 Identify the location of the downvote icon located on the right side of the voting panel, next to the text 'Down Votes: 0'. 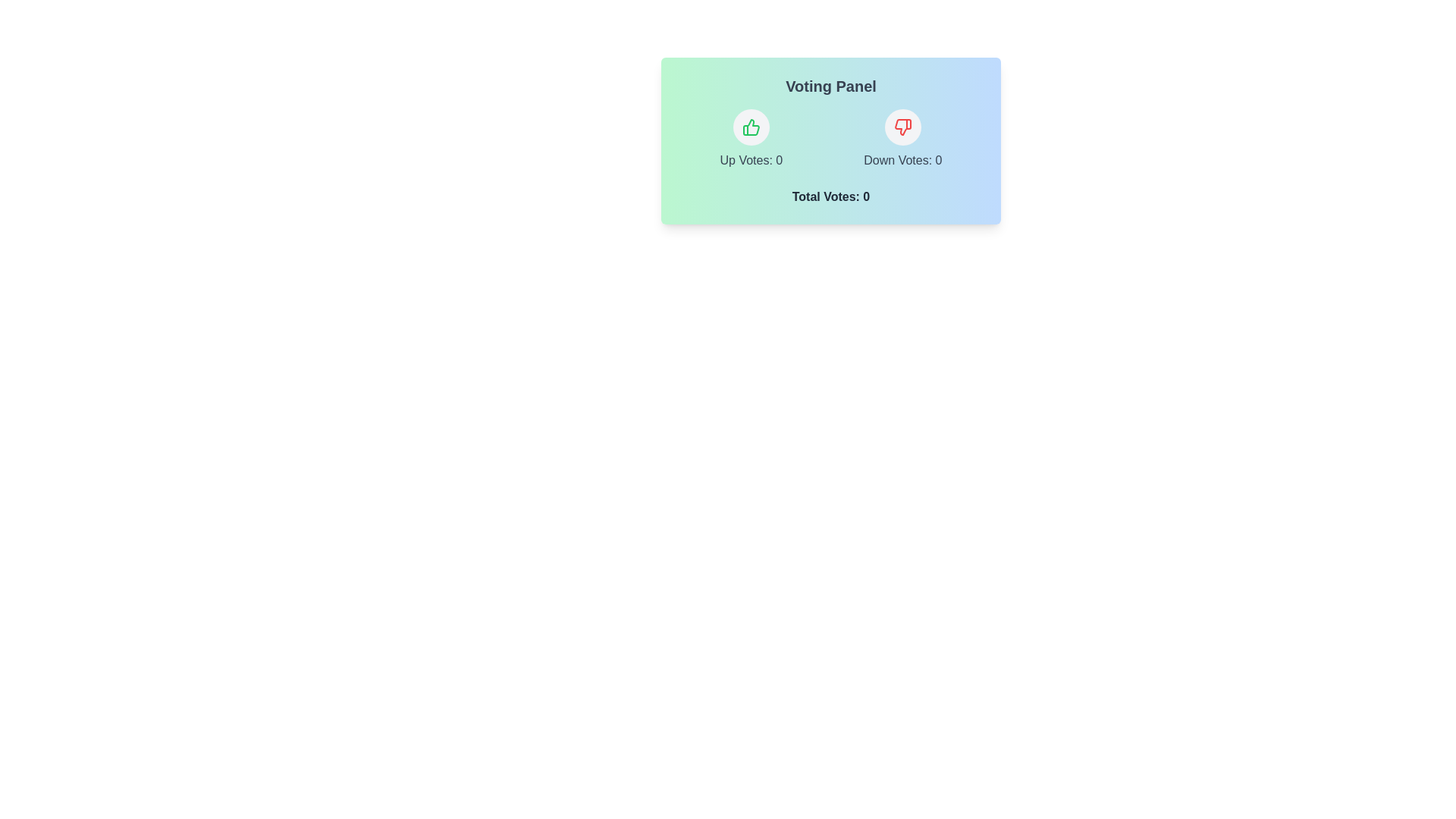
(902, 127).